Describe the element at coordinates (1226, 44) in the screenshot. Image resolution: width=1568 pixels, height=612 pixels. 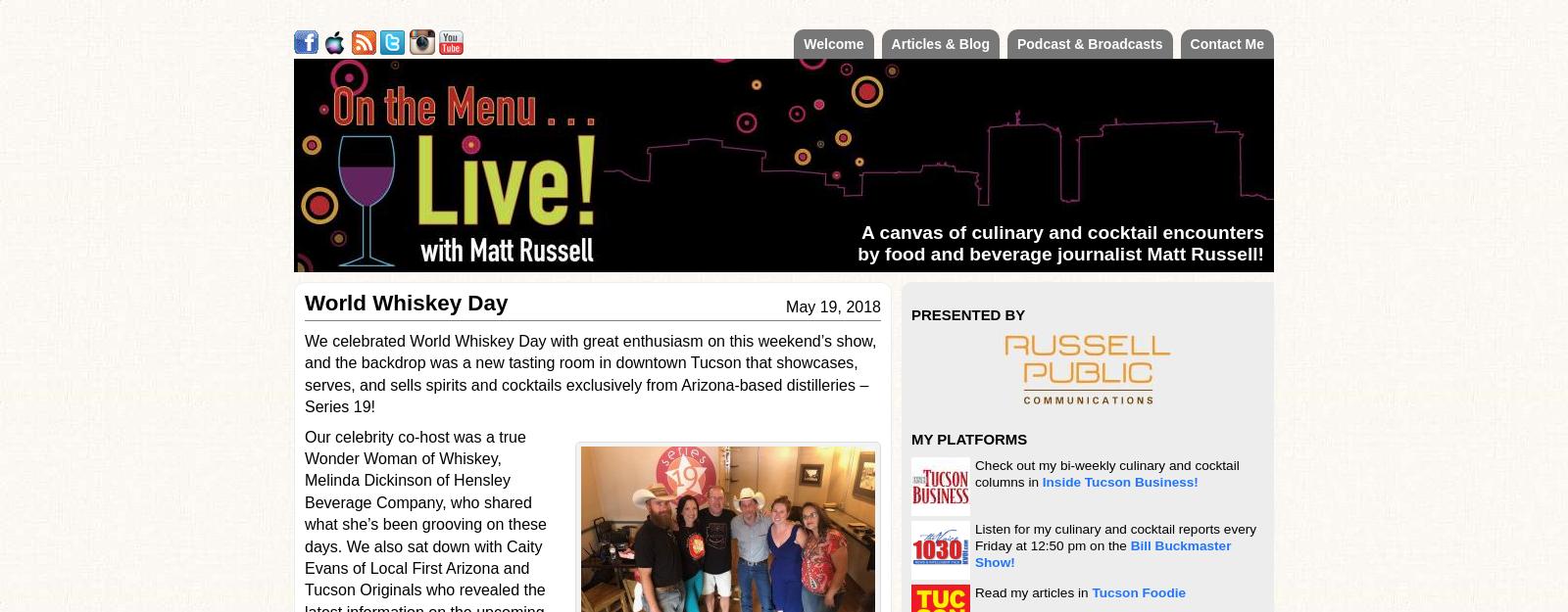
I see `'Contact Me'` at that location.